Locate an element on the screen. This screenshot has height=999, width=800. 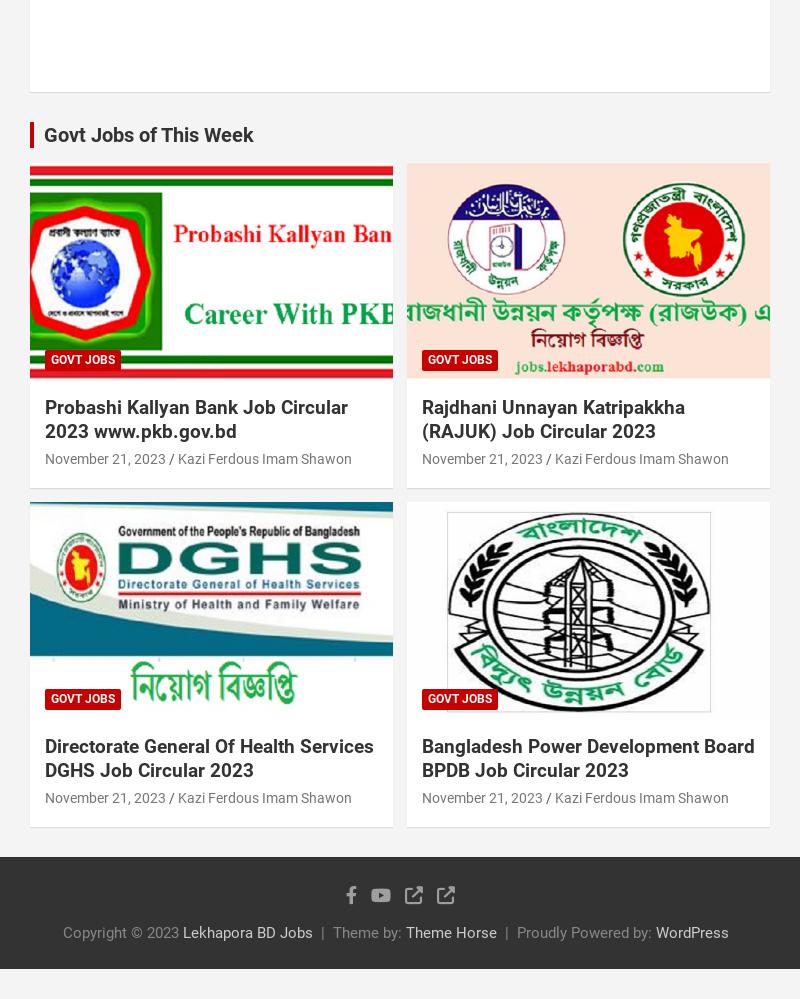
'WordPress' is located at coordinates (692, 931).